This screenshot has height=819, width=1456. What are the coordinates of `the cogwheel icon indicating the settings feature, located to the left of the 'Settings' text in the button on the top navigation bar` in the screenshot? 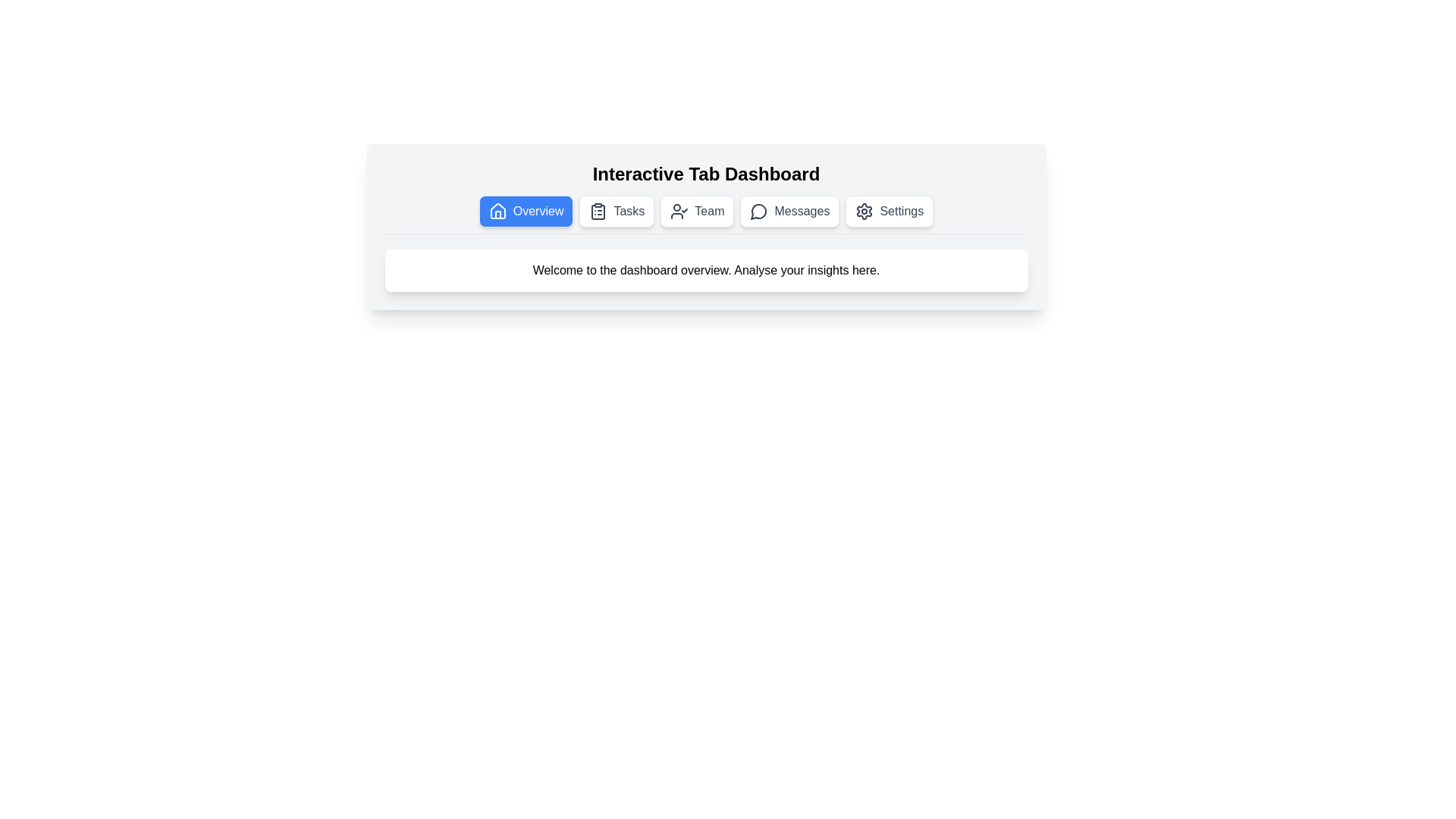 It's located at (864, 211).